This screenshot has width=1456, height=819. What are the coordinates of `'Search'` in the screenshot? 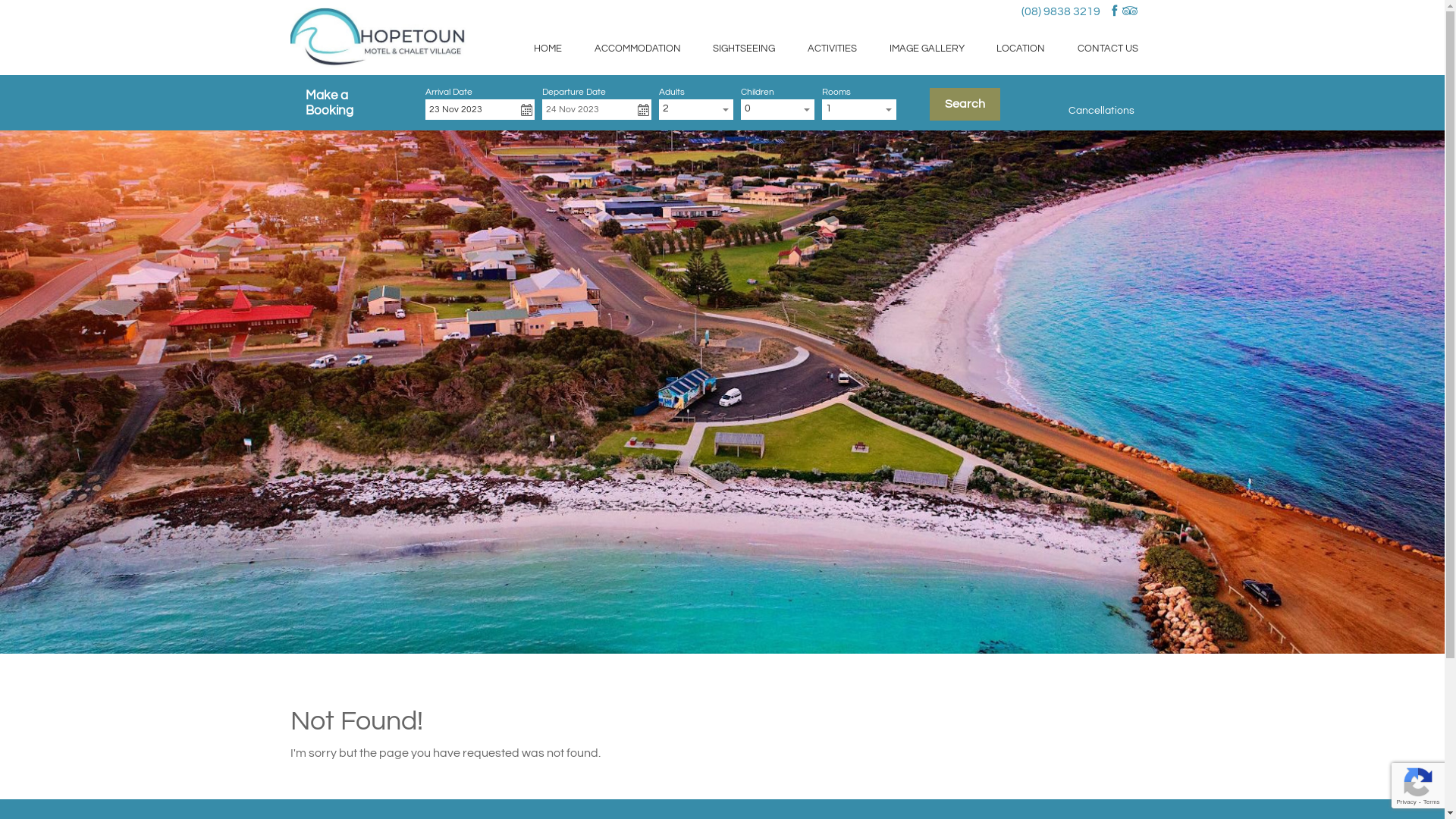 It's located at (964, 103).